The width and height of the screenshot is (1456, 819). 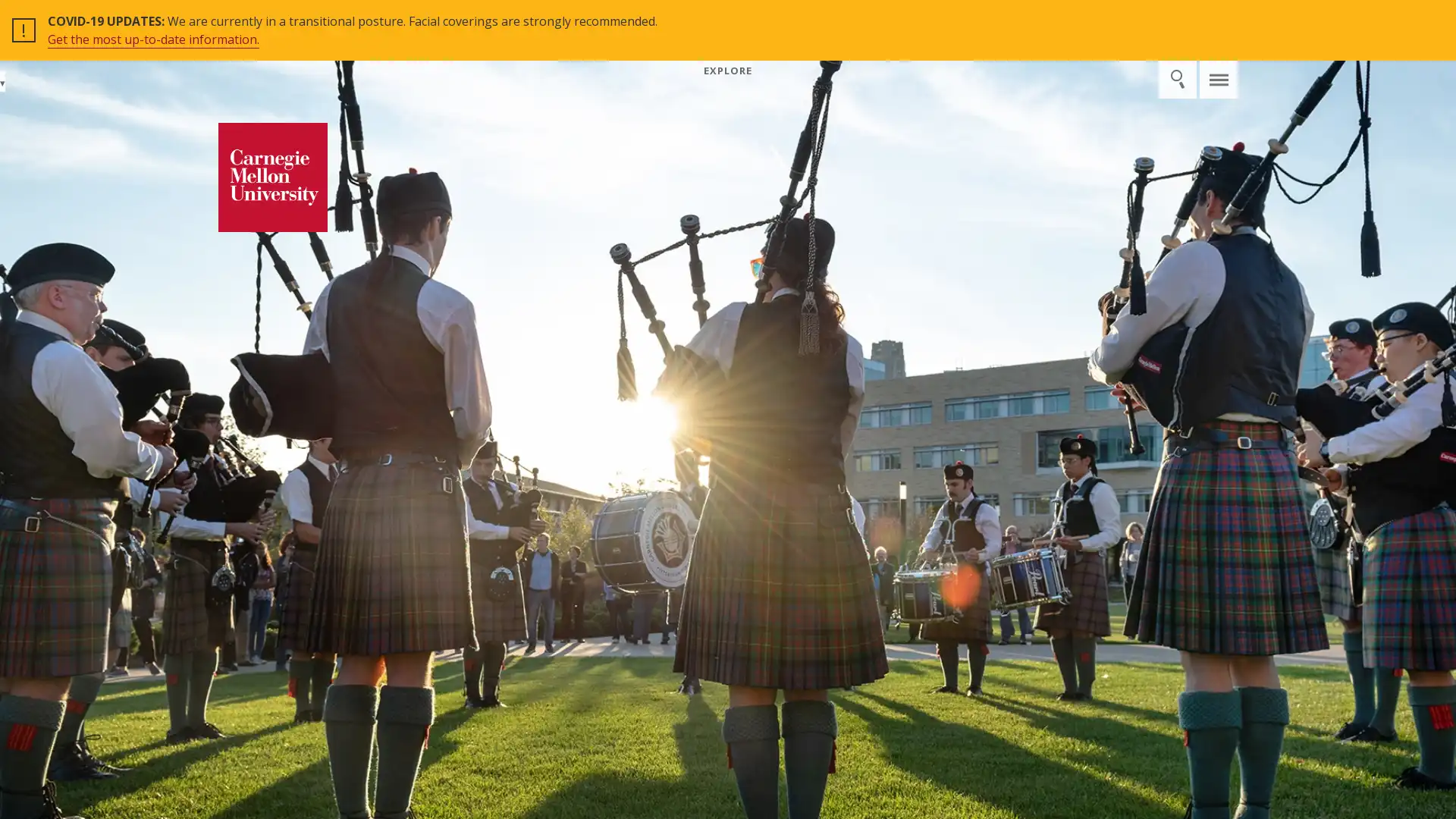 What do you see at coordinates (1182, 20) in the screenshot?
I see `Search` at bounding box center [1182, 20].